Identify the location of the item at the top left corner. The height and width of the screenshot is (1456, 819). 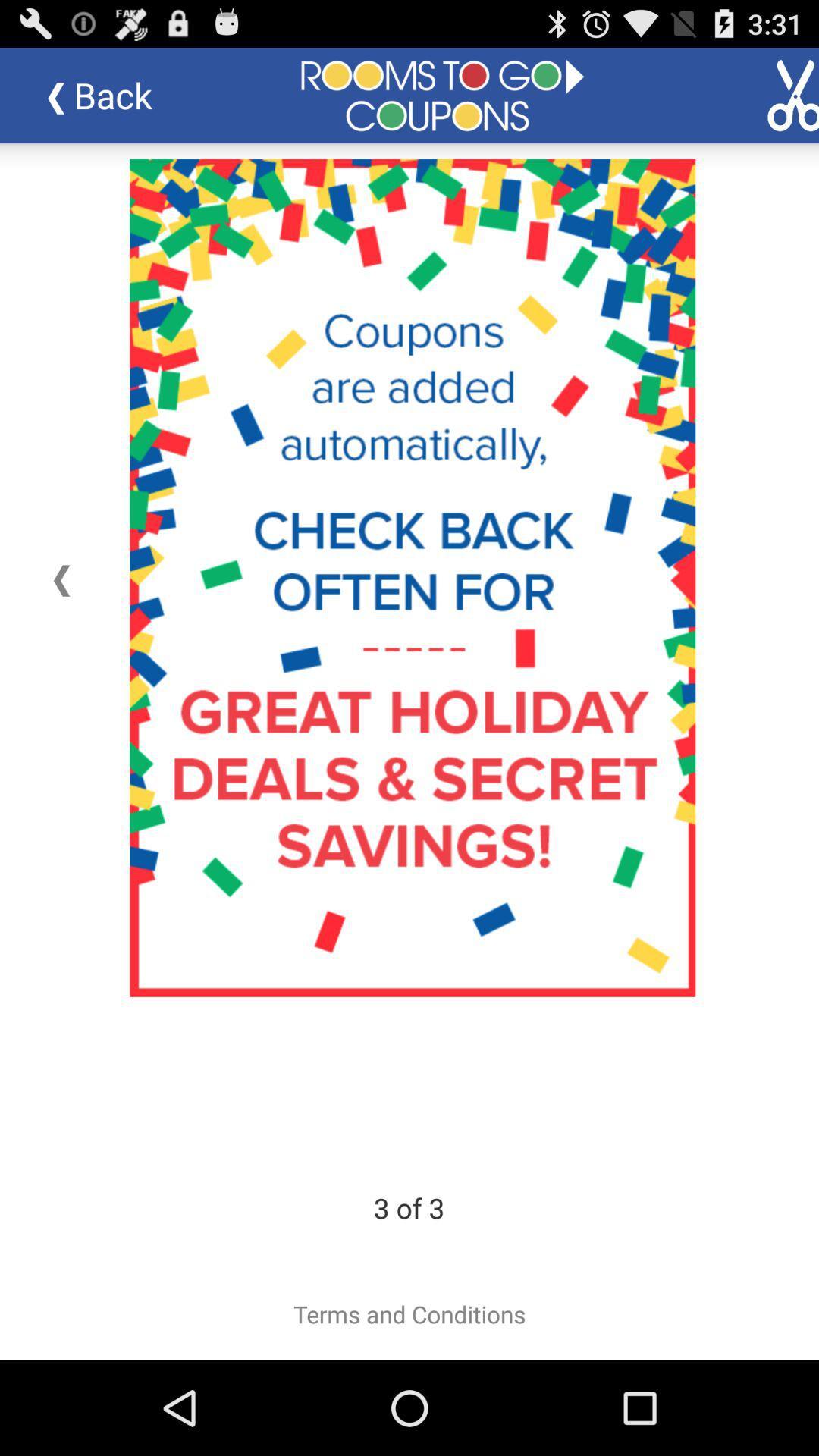
(110, 94).